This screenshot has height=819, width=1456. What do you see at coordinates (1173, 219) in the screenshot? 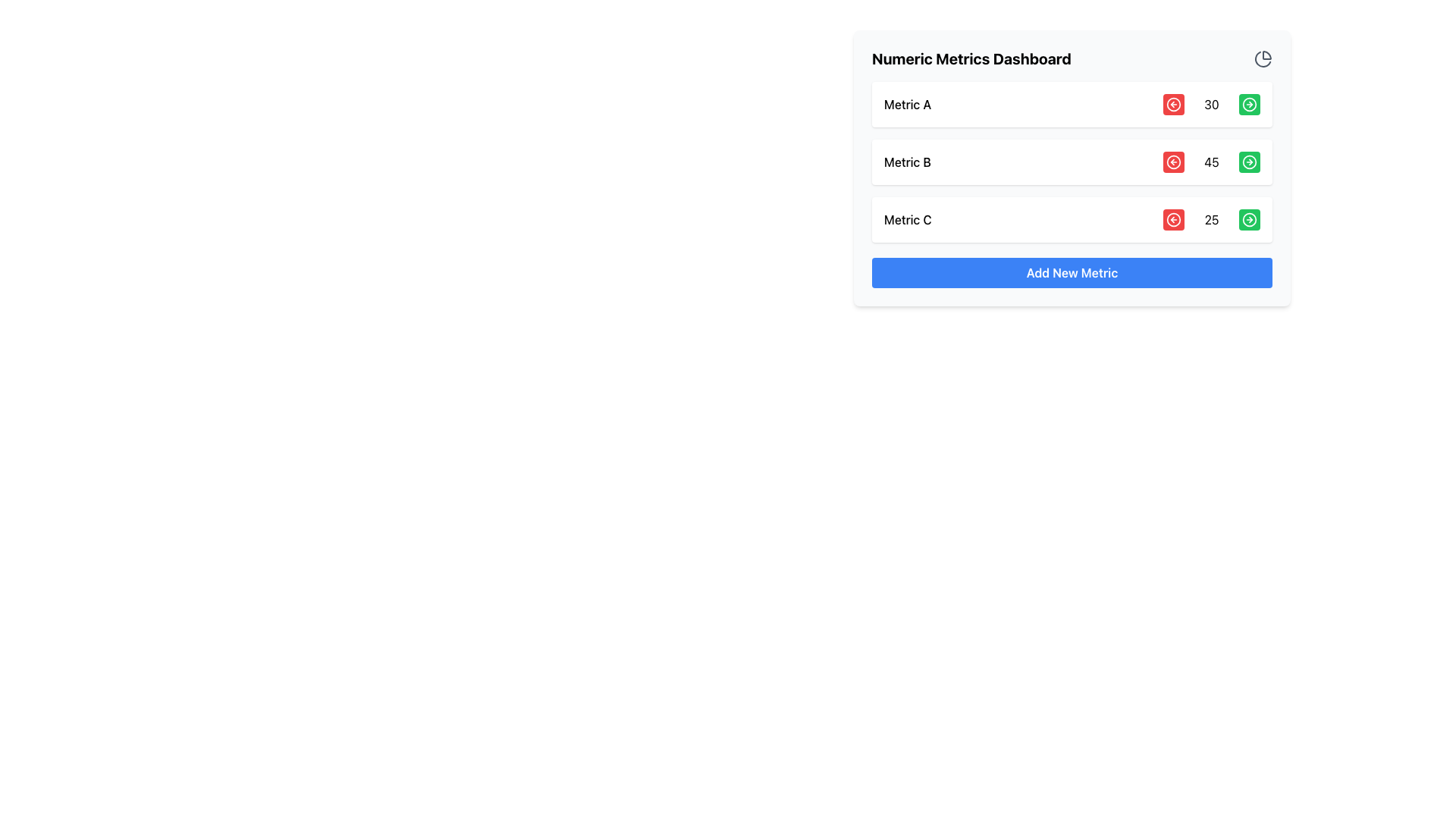
I see `inner-most circular vector graphic of the red icon in the Metric C row of the dashboard by hovering over it` at bounding box center [1173, 219].